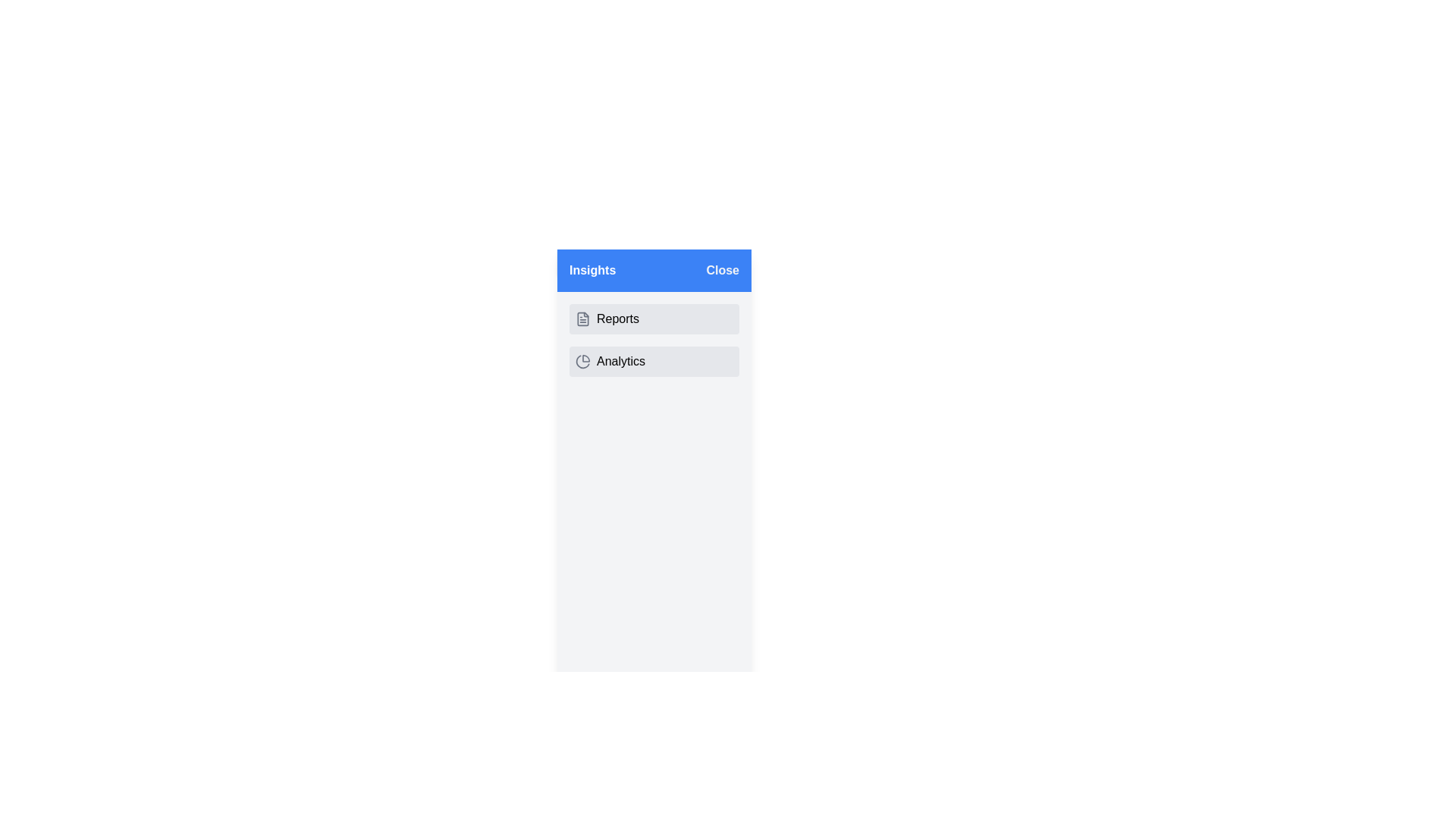 This screenshot has height=819, width=1456. I want to click on the pie chart icon with a gray outline that is adjacent to the 'Analytics' text, so click(582, 362).